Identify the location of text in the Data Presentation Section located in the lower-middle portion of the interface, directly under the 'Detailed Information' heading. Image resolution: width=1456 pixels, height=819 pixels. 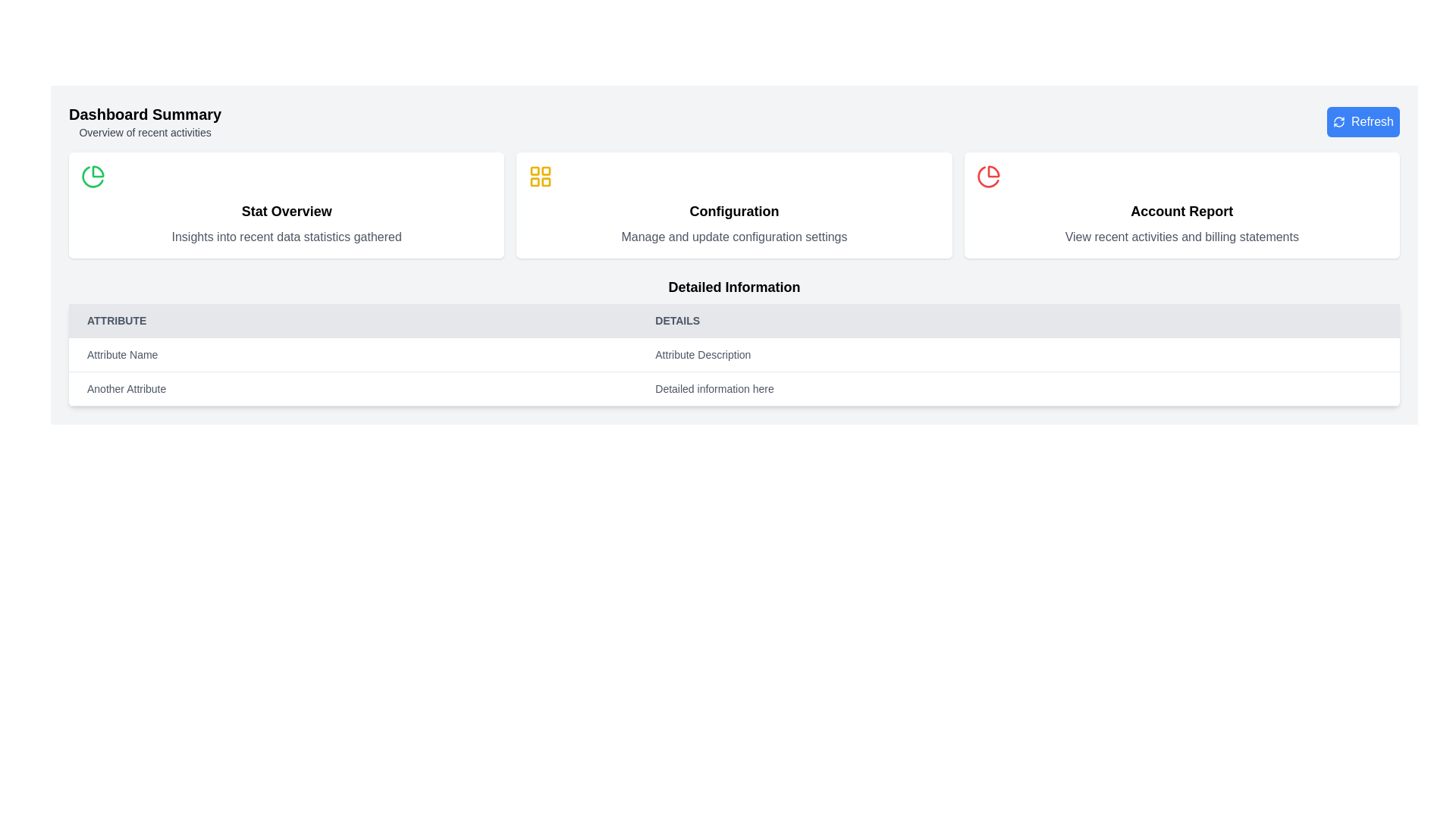
(734, 372).